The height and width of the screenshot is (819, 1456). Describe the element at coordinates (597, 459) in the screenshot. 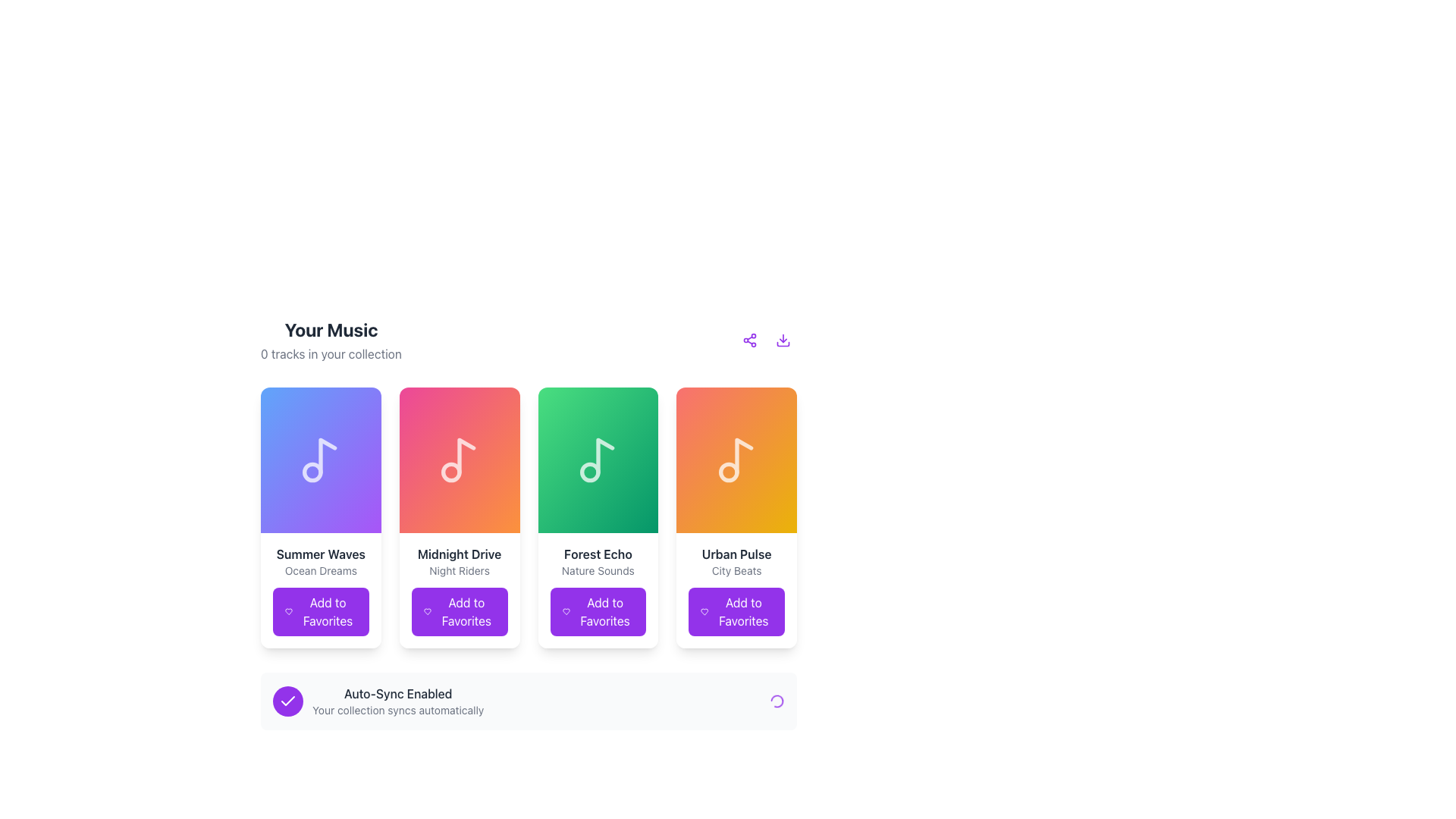

I see `the musical note icon which is semi-transparent and centrally positioned within the green card labeled 'Forest Echo'` at that location.